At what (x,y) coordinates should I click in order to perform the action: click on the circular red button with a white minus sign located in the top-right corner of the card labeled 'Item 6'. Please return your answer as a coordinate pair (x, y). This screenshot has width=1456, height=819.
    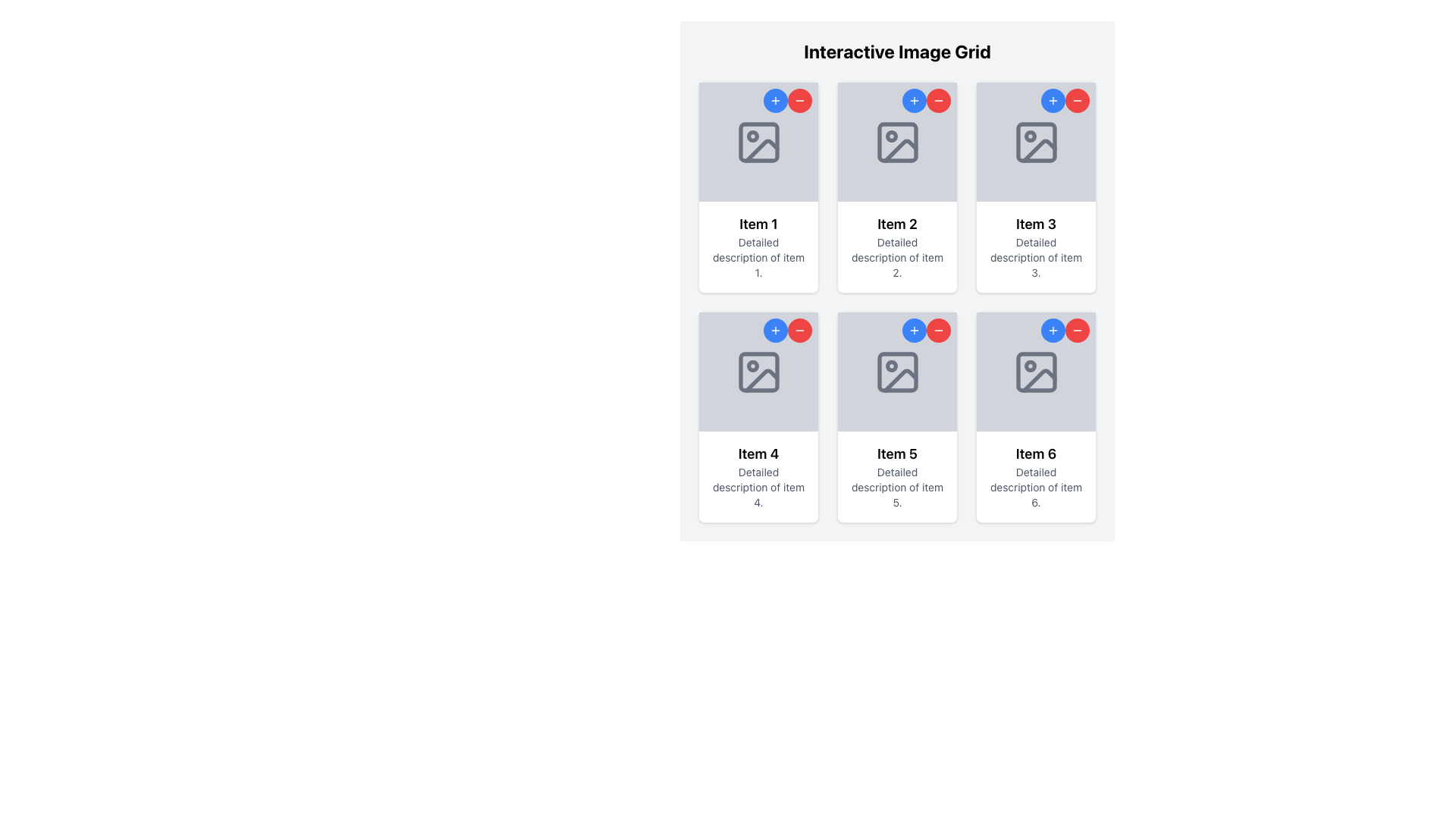
    Looking at the image, I should click on (1076, 329).